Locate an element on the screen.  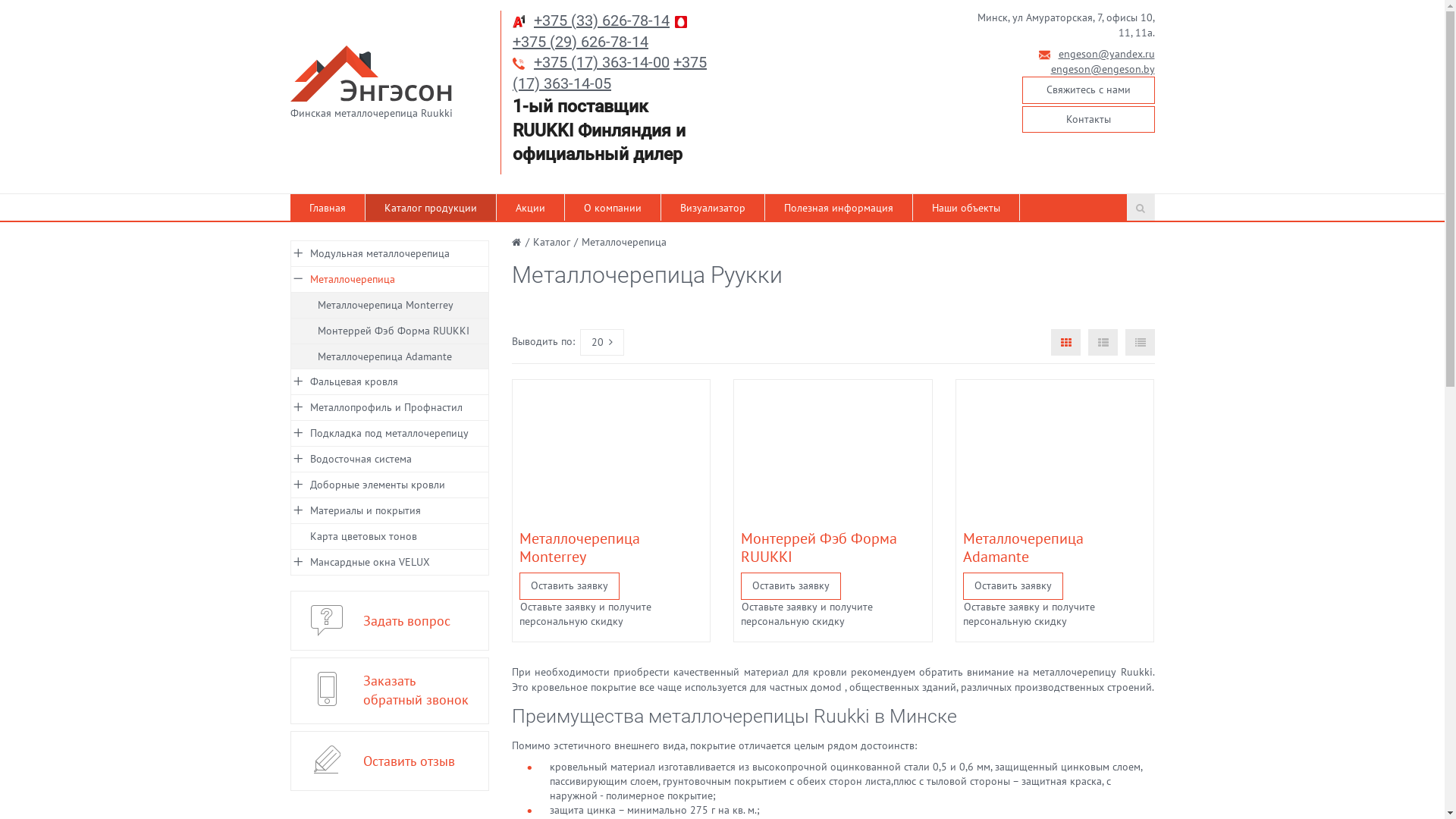
'+375 (17) 363-14-00' is located at coordinates (601, 61).